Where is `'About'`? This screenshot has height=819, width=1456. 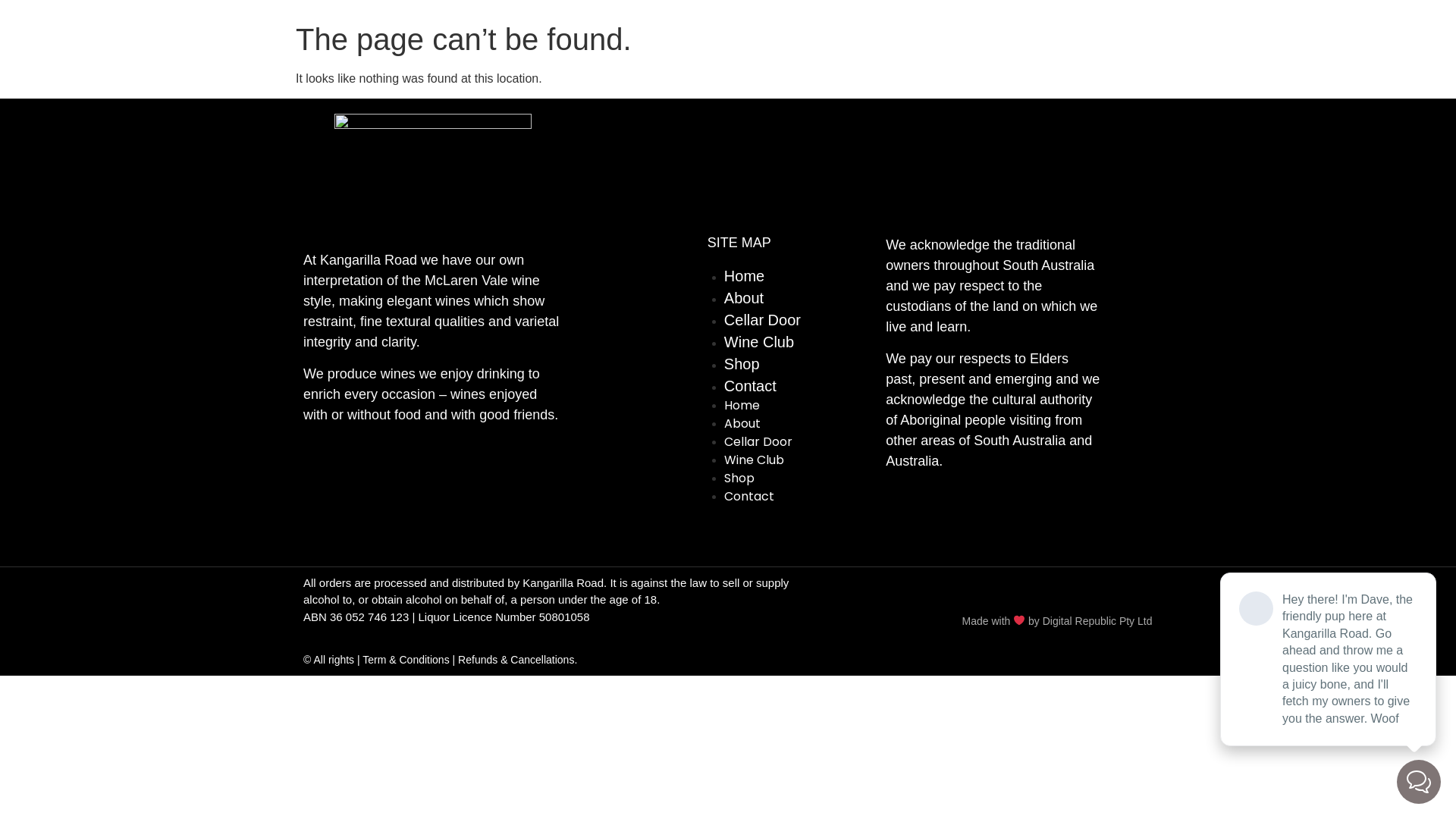
'About' is located at coordinates (743, 298).